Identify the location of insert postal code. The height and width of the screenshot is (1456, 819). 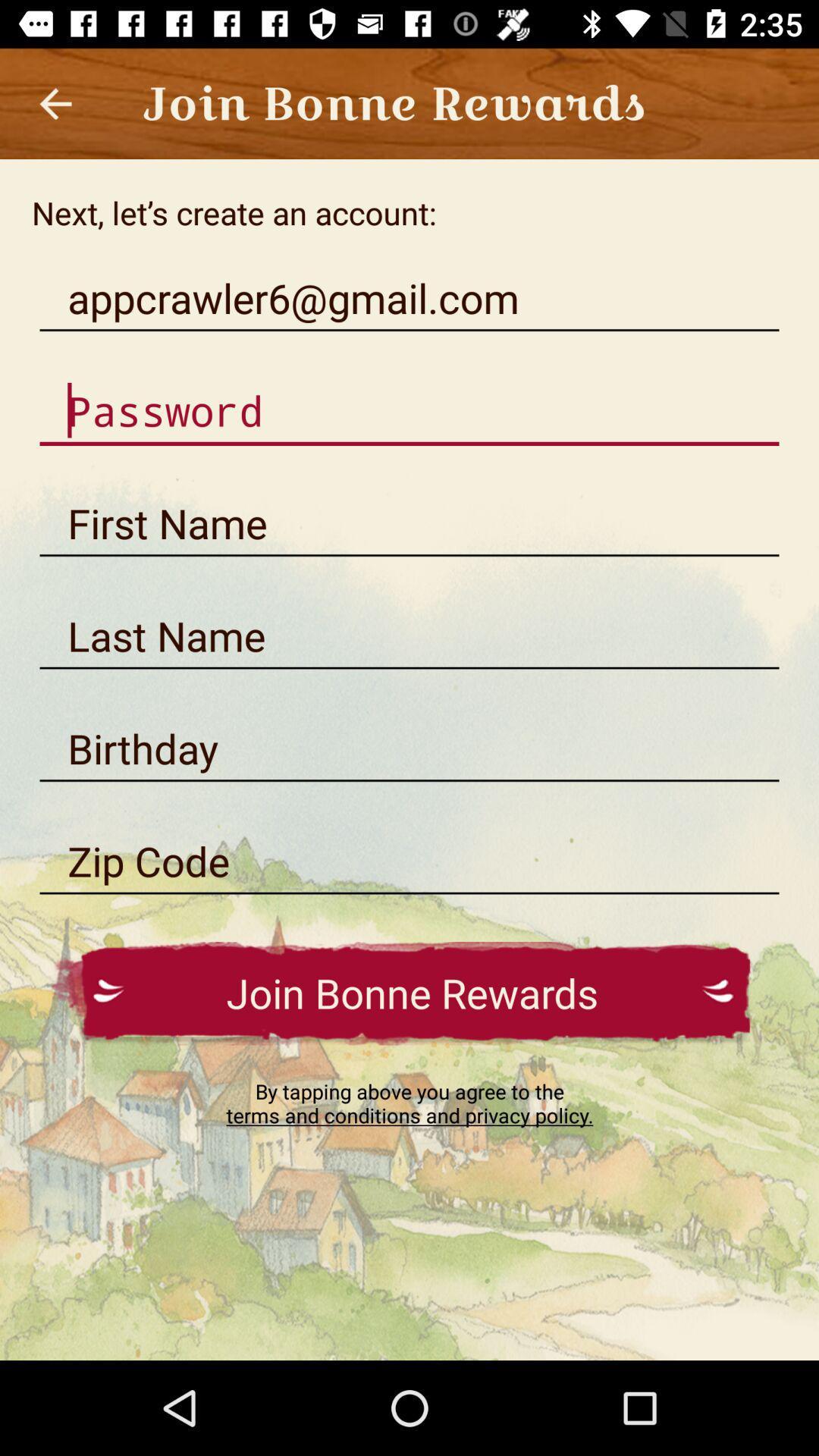
(409, 861).